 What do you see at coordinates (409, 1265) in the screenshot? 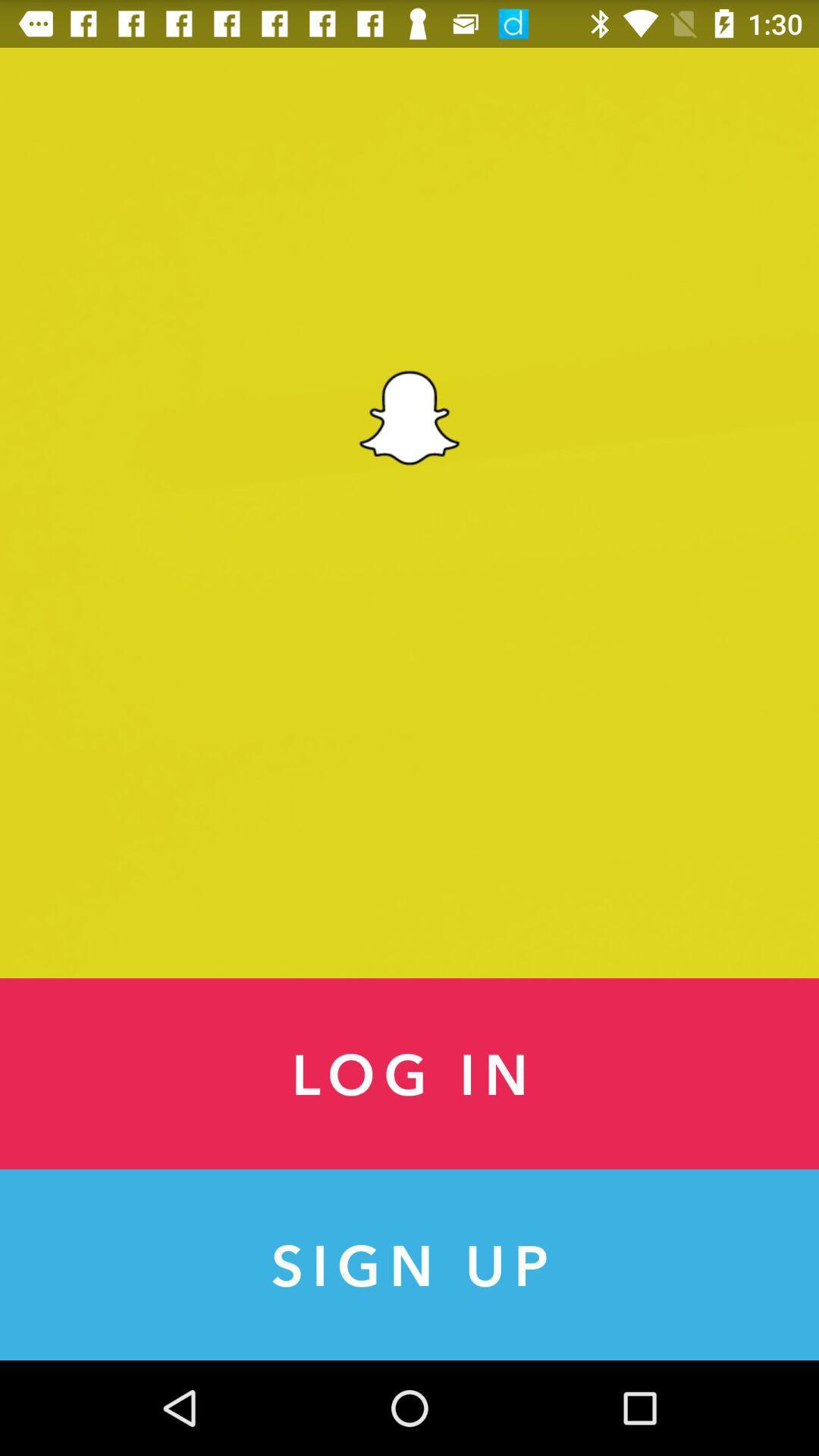
I see `item below log in icon` at bounding box center [409, 1265].